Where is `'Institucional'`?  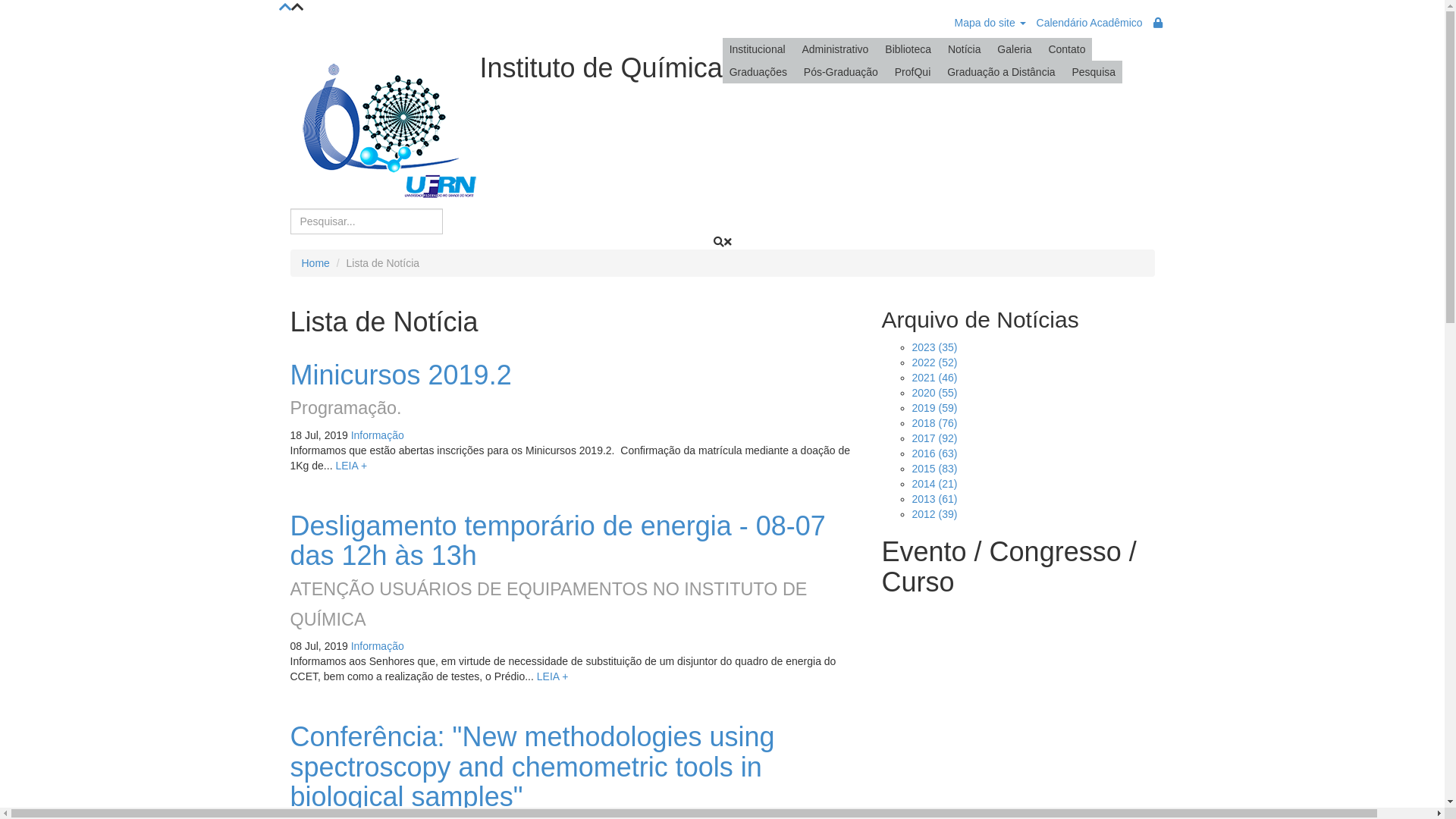
'Institucional' is located at coordinates (757, 49).